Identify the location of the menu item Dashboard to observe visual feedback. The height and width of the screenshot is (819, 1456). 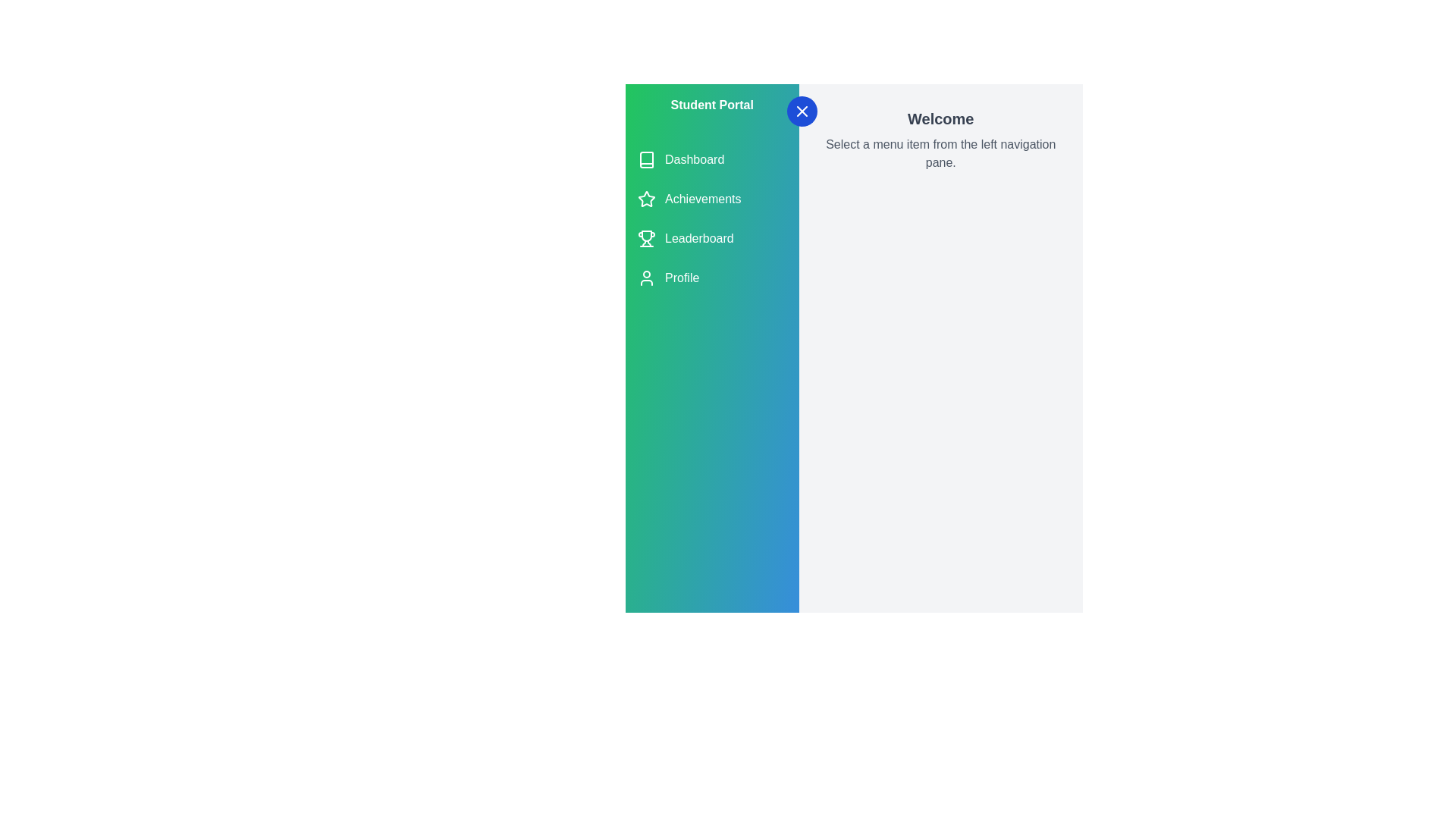
(711, 160).